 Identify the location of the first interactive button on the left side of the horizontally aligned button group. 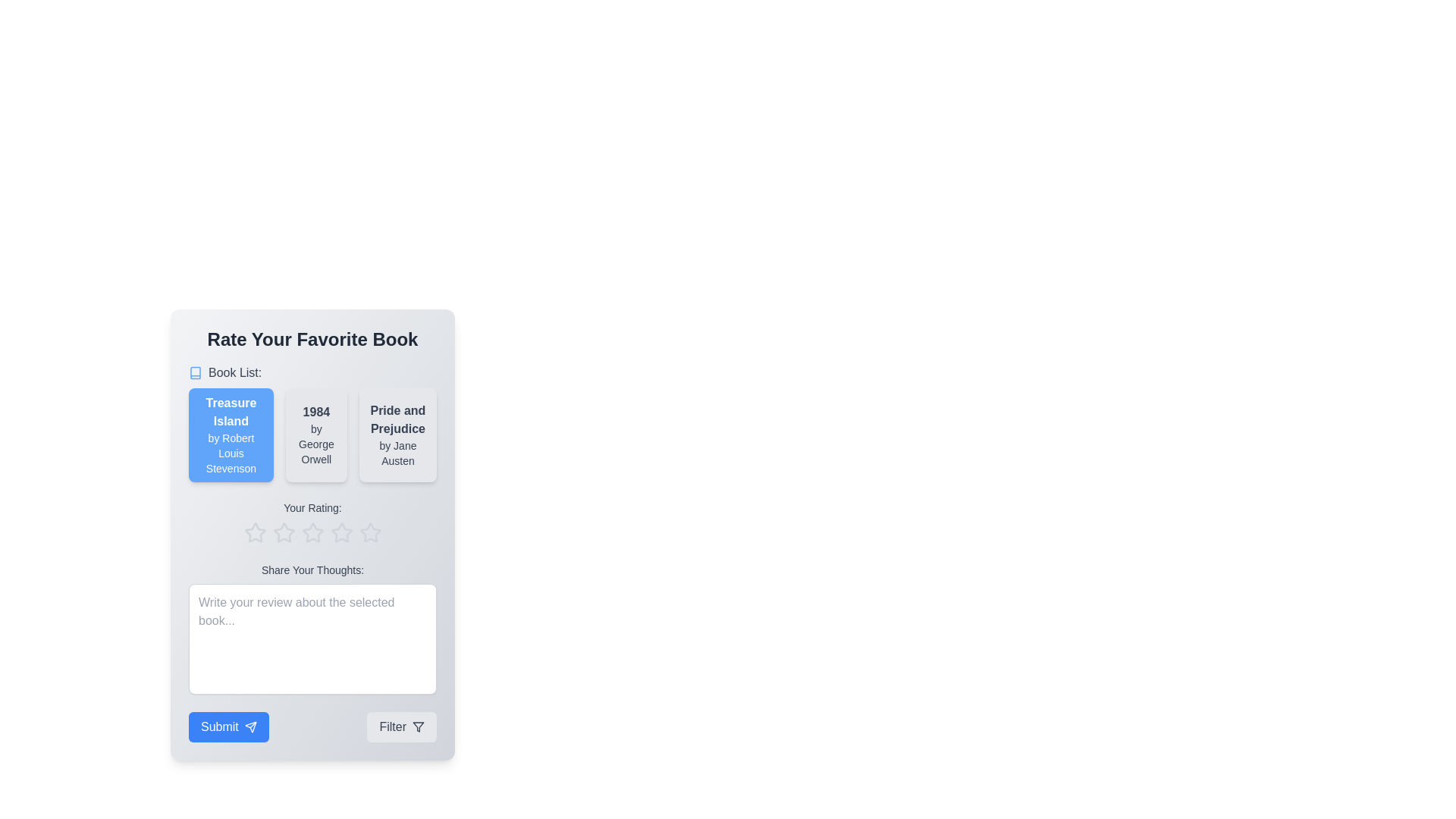
(227, 726).